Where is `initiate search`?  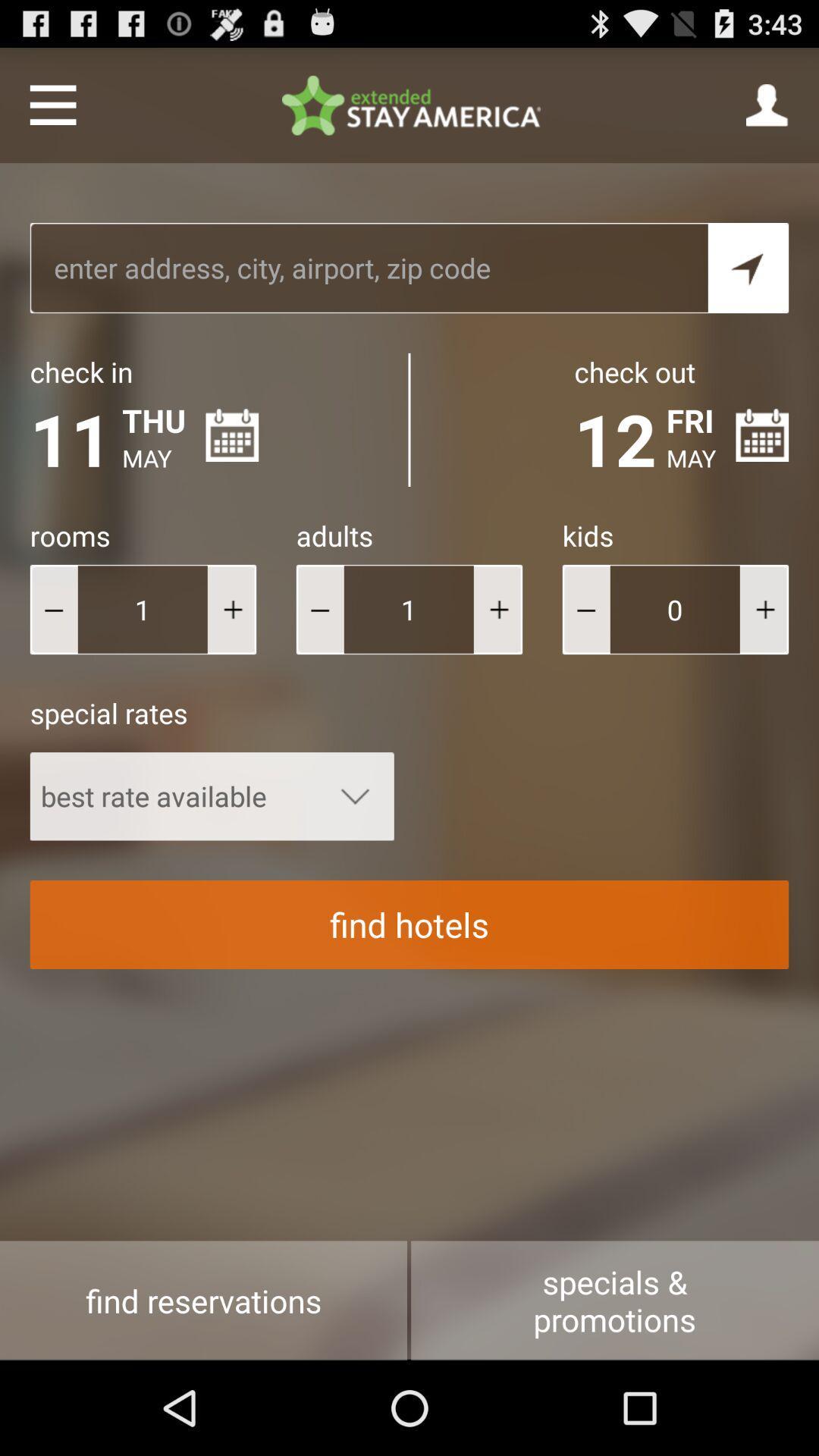
initiate search is located at coordinates (748, 268).